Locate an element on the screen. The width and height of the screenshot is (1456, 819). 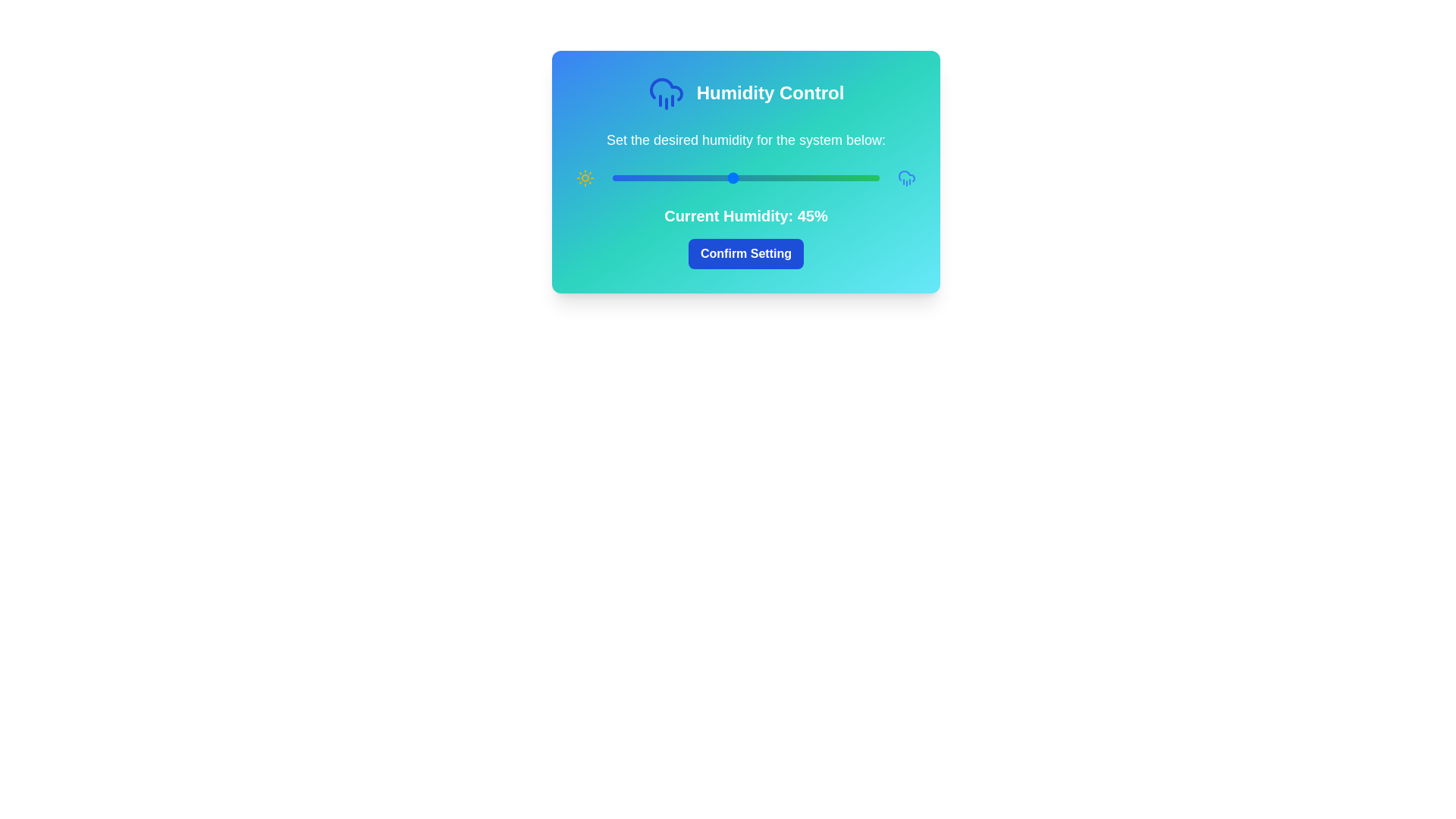
the humidity slider to set the humidity level to 95% is located at coordinates (866, 177).